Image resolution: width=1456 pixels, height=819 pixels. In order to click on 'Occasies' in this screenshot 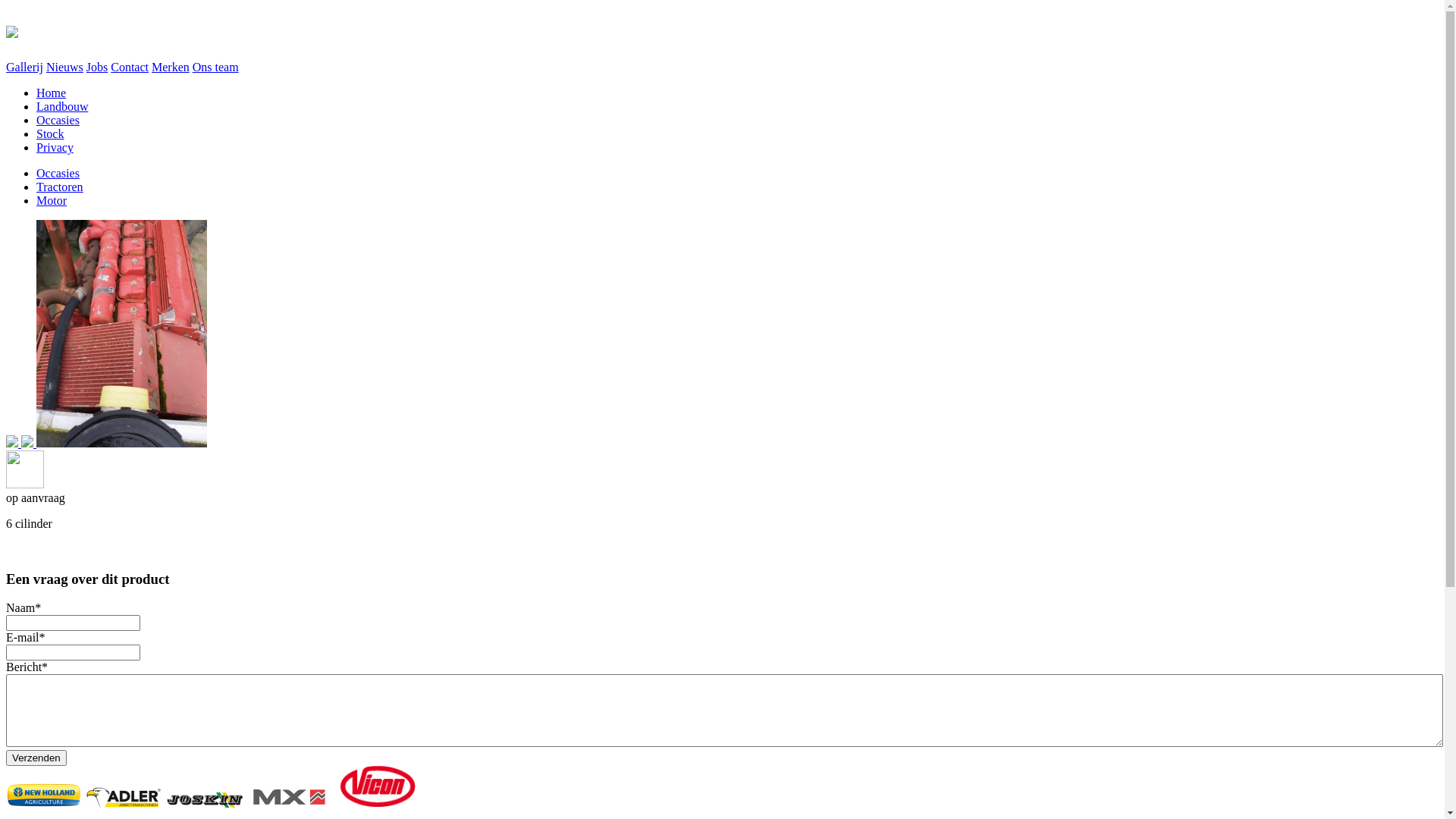, I will do `click(58, 119)`.